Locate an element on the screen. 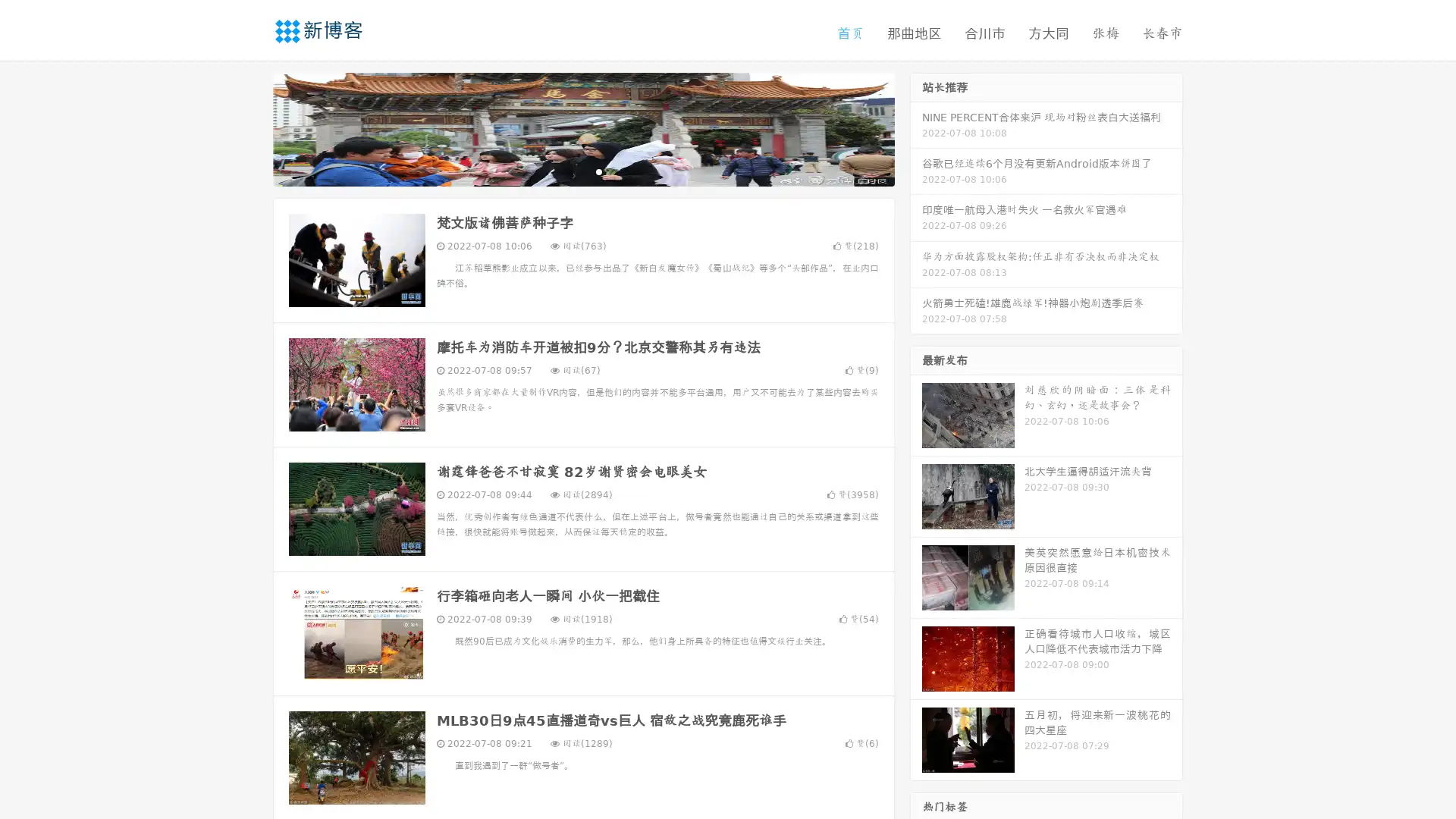 The image size is (1456, 819). Next slide is located at coordinates (916, 127).